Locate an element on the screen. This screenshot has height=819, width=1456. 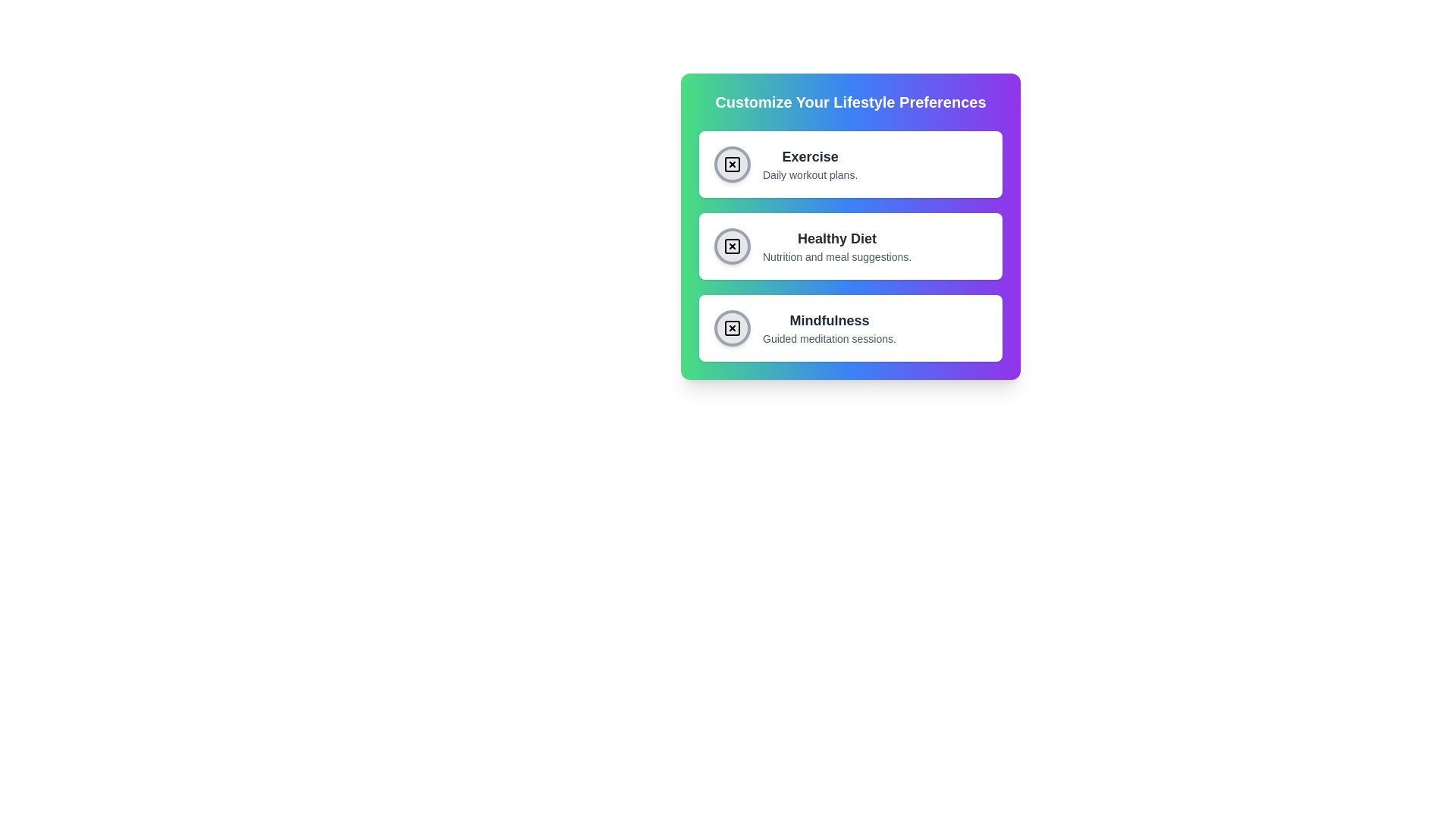
the small rectangular shape with rounded corners that serves as the background for the 'X' icon in the 'Mindfulness' section of the interface is located at coordinates (732, 327).